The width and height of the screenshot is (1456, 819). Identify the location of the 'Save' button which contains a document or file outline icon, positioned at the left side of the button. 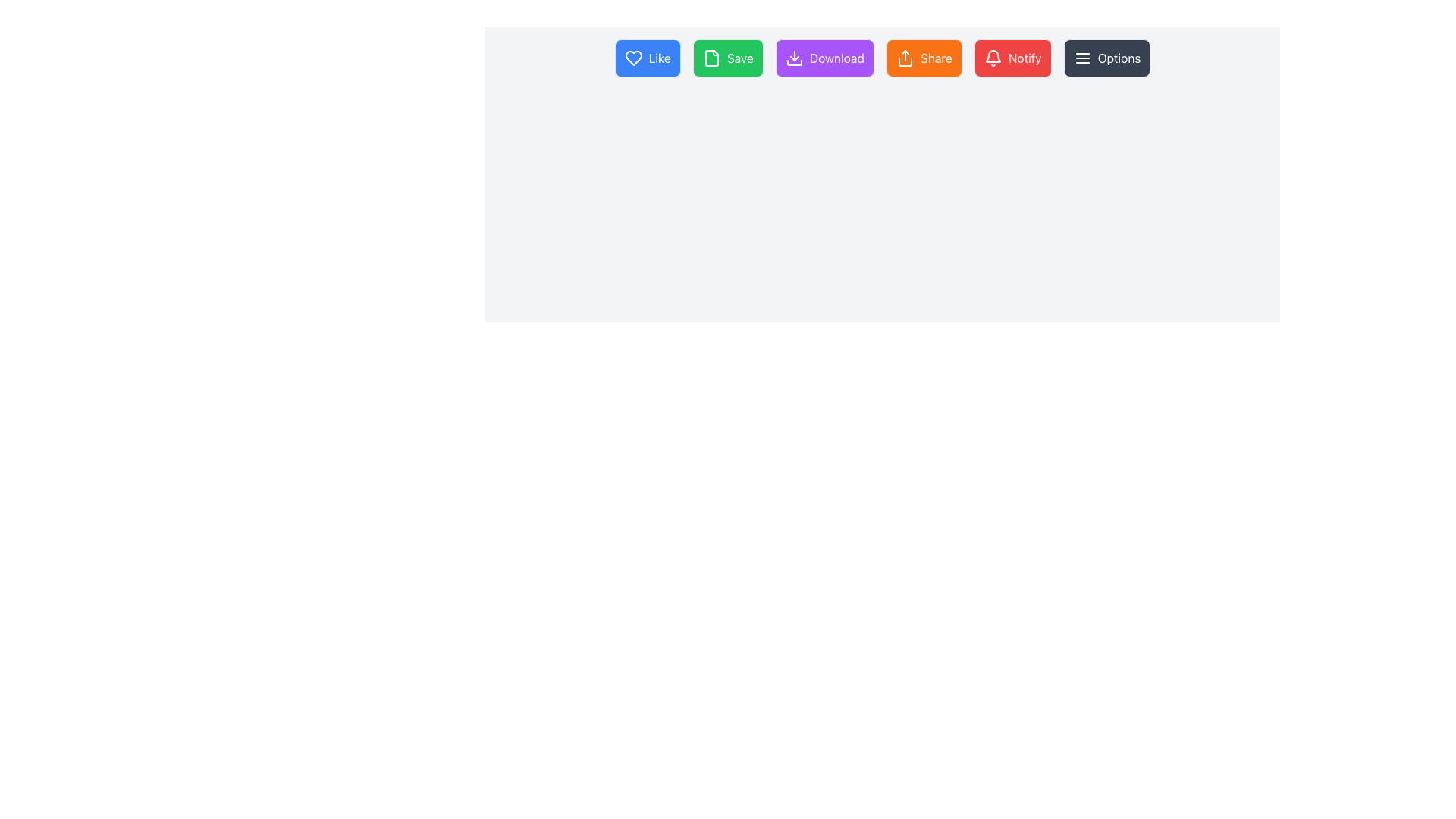
(711, 58).